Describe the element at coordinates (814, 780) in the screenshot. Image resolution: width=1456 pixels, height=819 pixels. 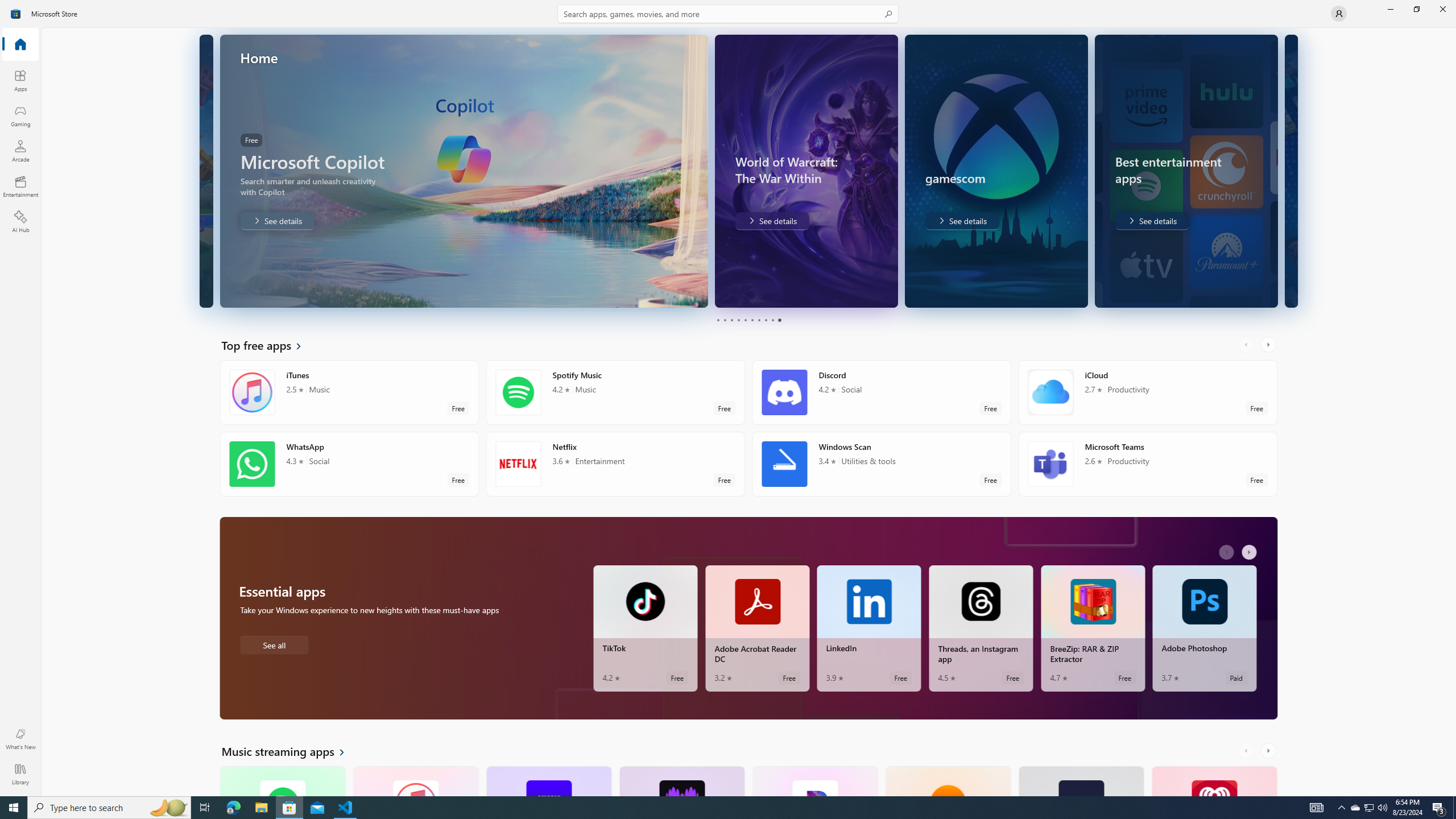
I see `'Pandora. Average rating of 4.5 out of five stars. Free  '` at that location.